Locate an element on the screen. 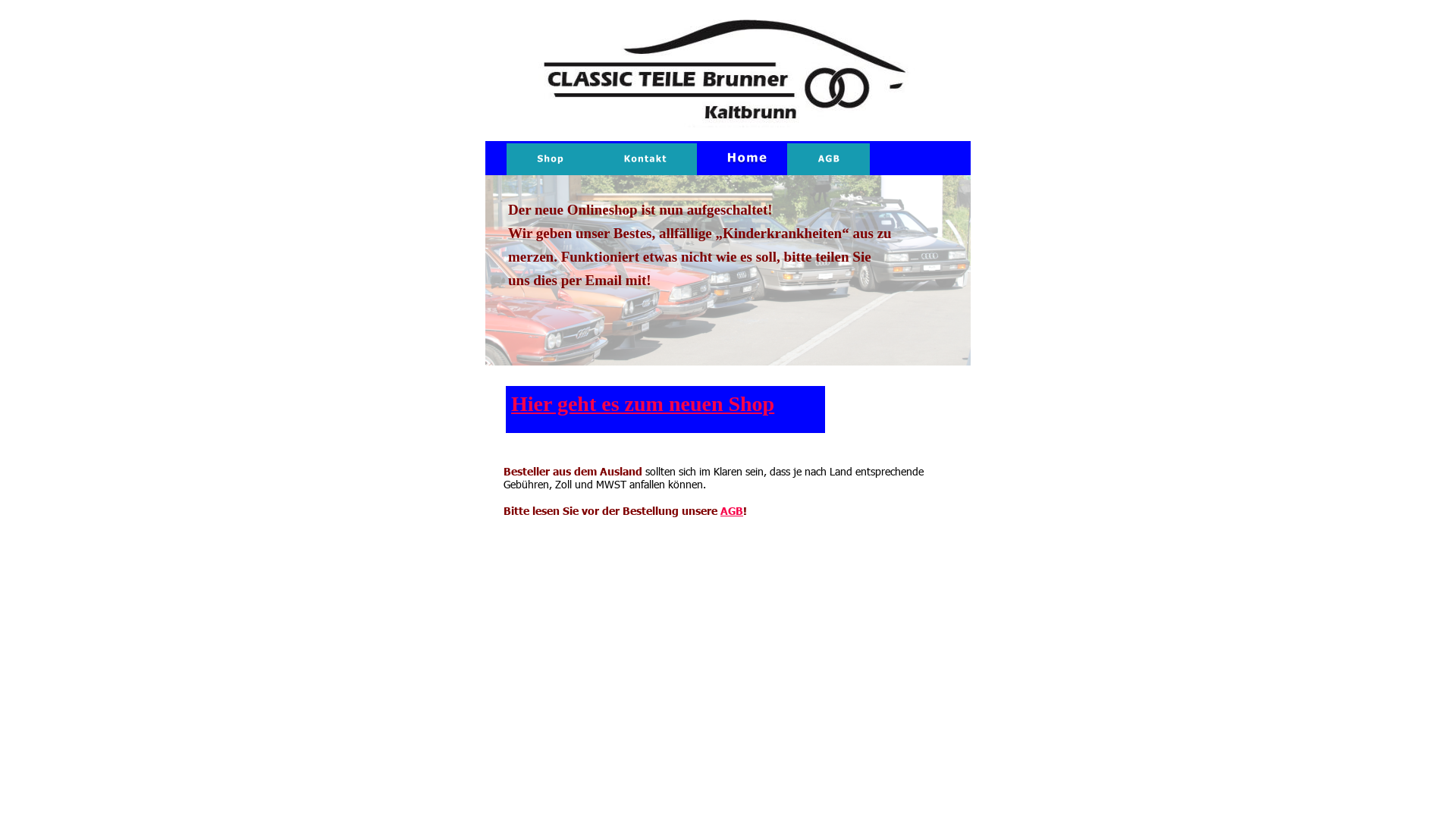  'AGB' is located at coordinates (731, 510).